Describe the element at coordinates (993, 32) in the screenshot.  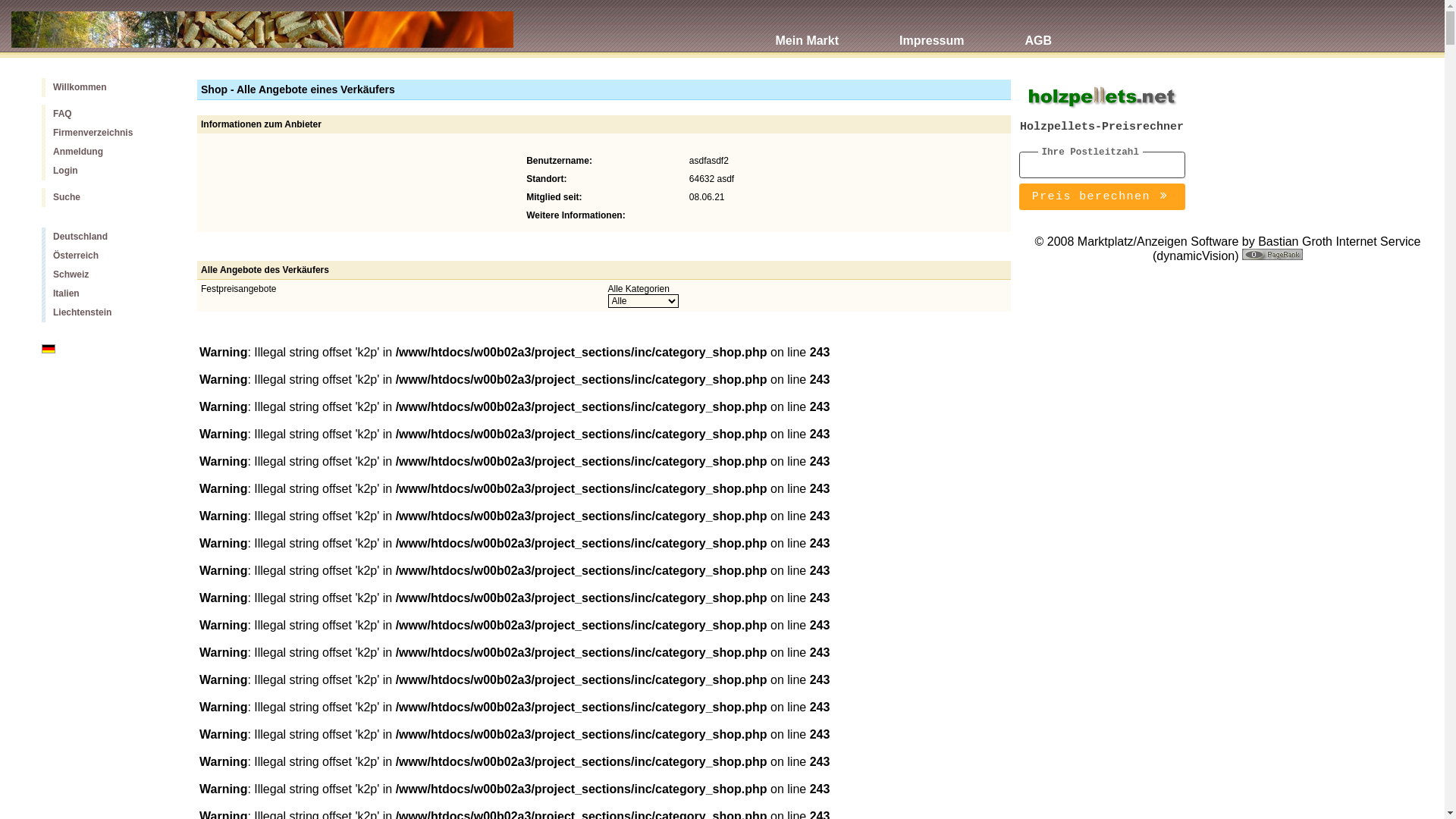
I see `'AGB'` at that location.